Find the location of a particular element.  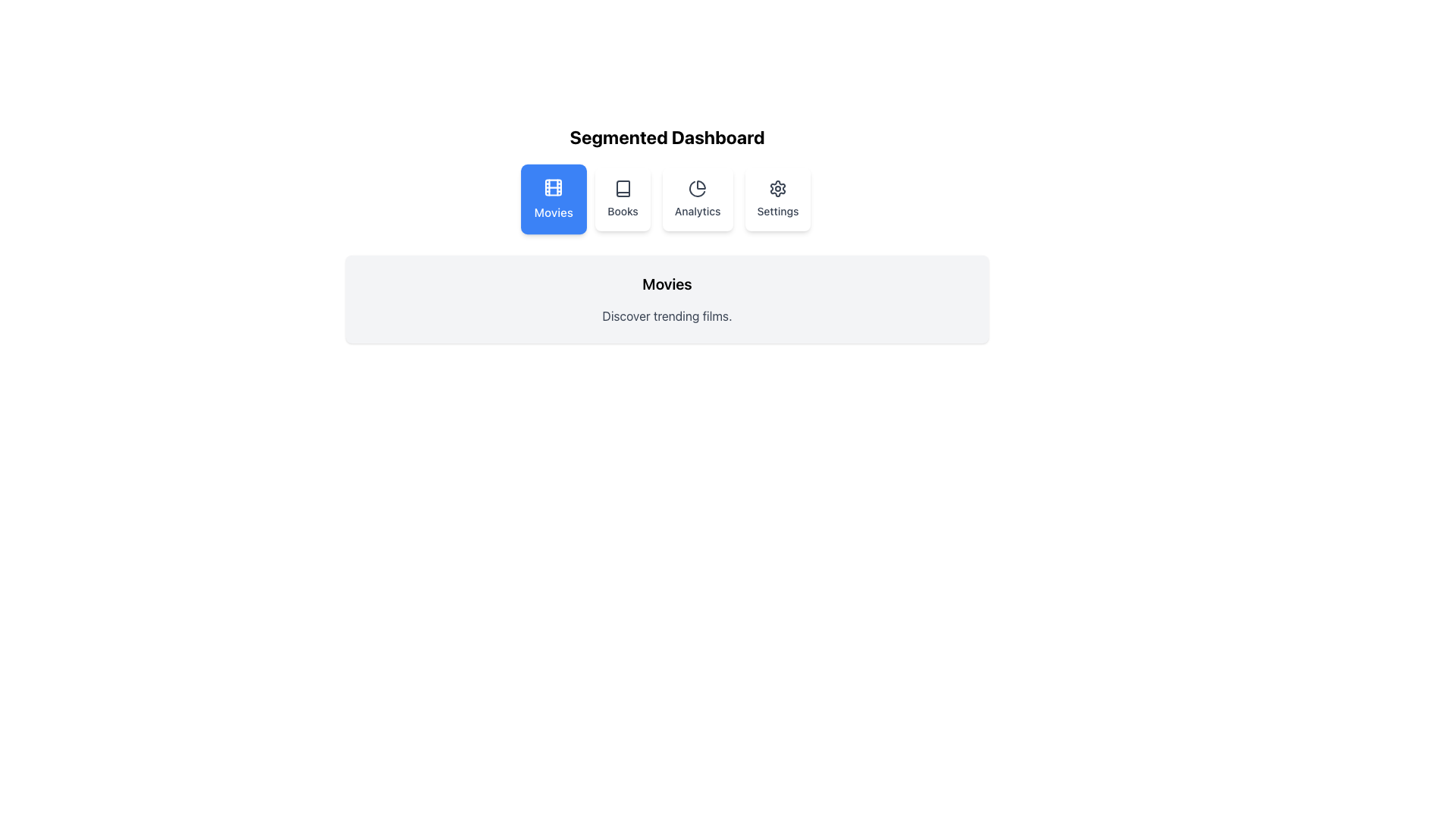

the navigation button for the 'Movies' section located under the 'Segmented Dashboard' heading is located at coordinates (552, 198).